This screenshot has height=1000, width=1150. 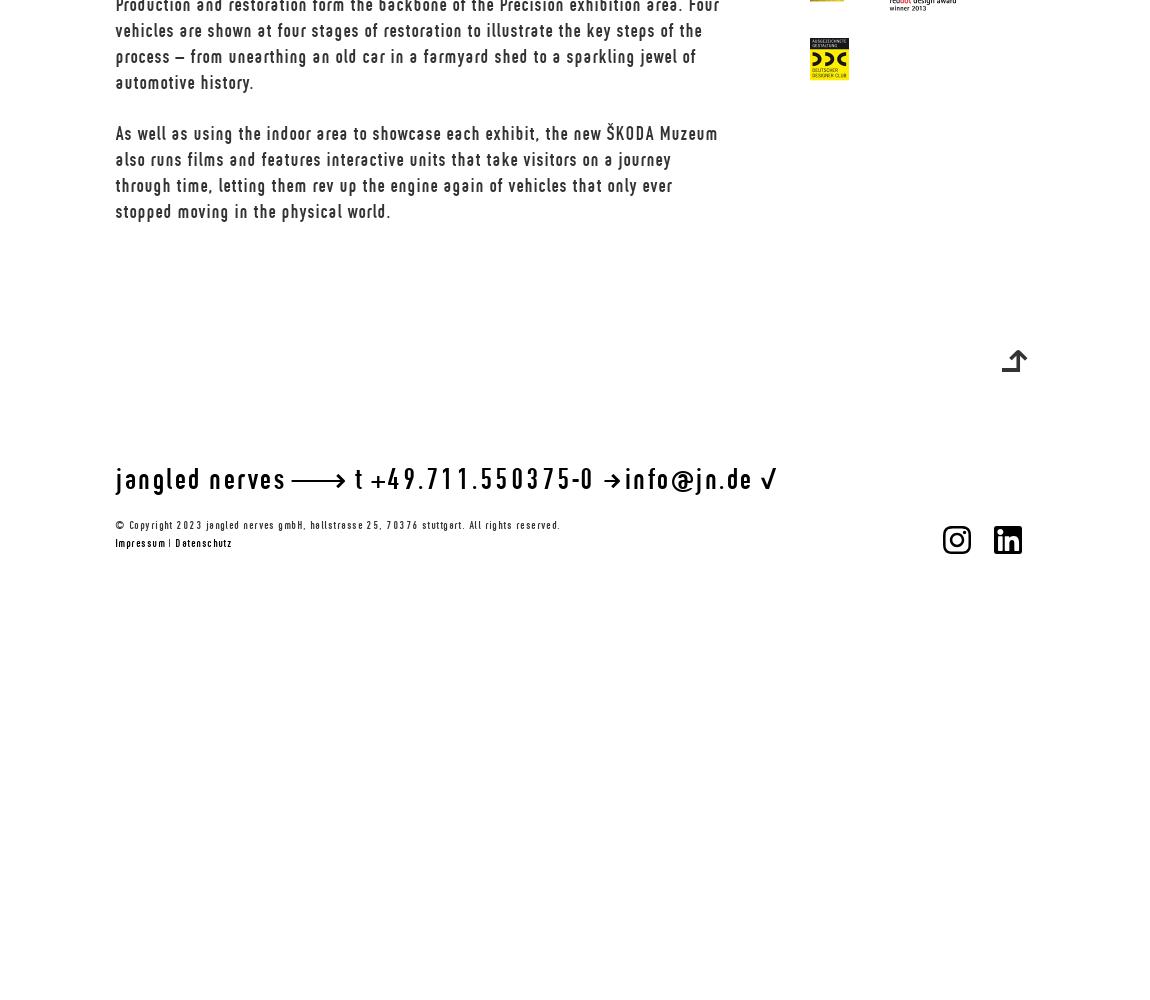 I want to click on 'As well as using the indoor area to showcase each exhibit, the new ŠKODA Muzeum also runs films and features interactive units that take visitors on a journey through time, letting them rev up the engine again of vehicles that only ever stopped moving in the physical world.', so click(x=416, y=172).